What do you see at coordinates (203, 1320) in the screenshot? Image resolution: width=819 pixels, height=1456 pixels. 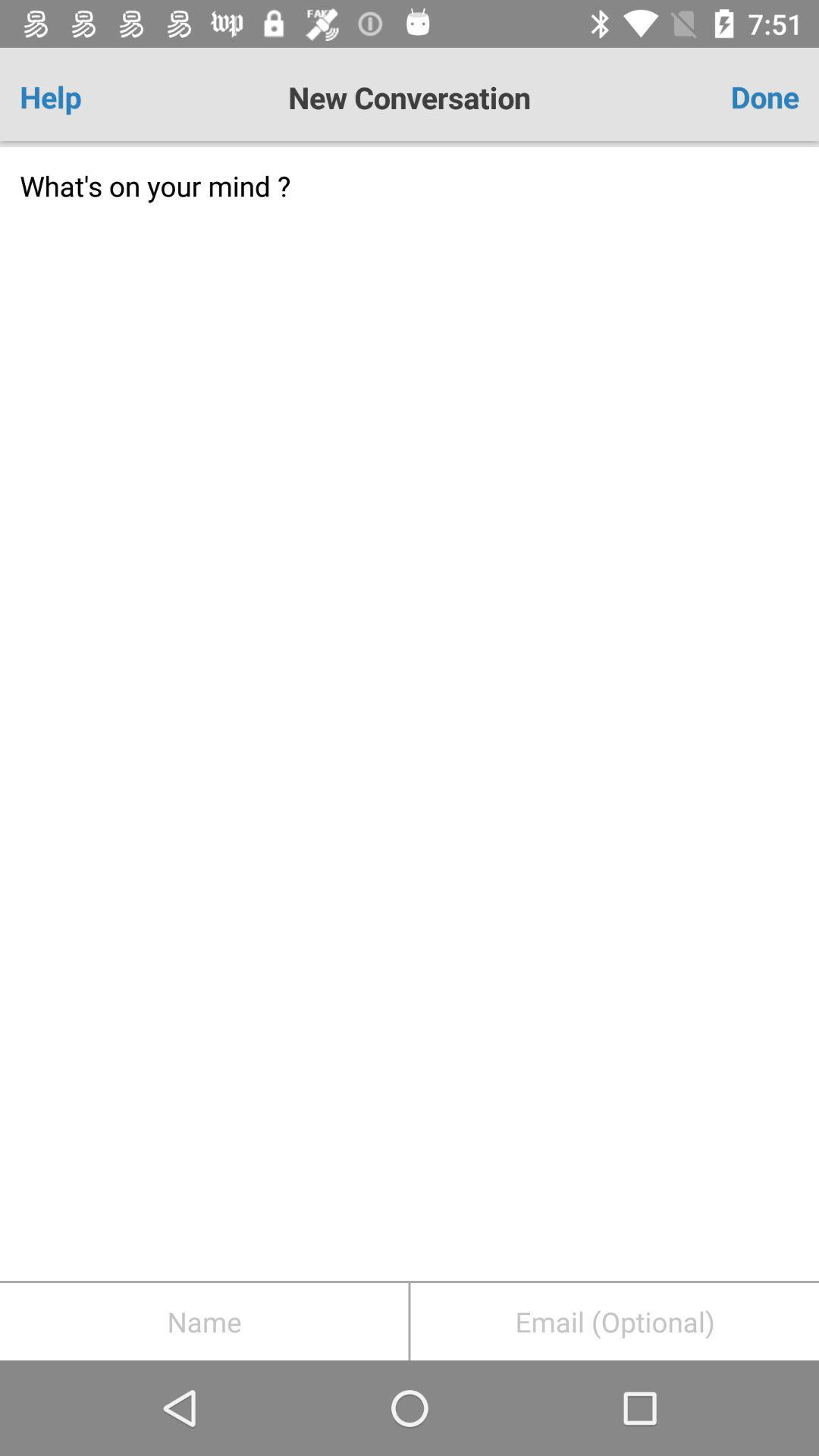 I see `autofill name` at bounding box center [203, 1320].